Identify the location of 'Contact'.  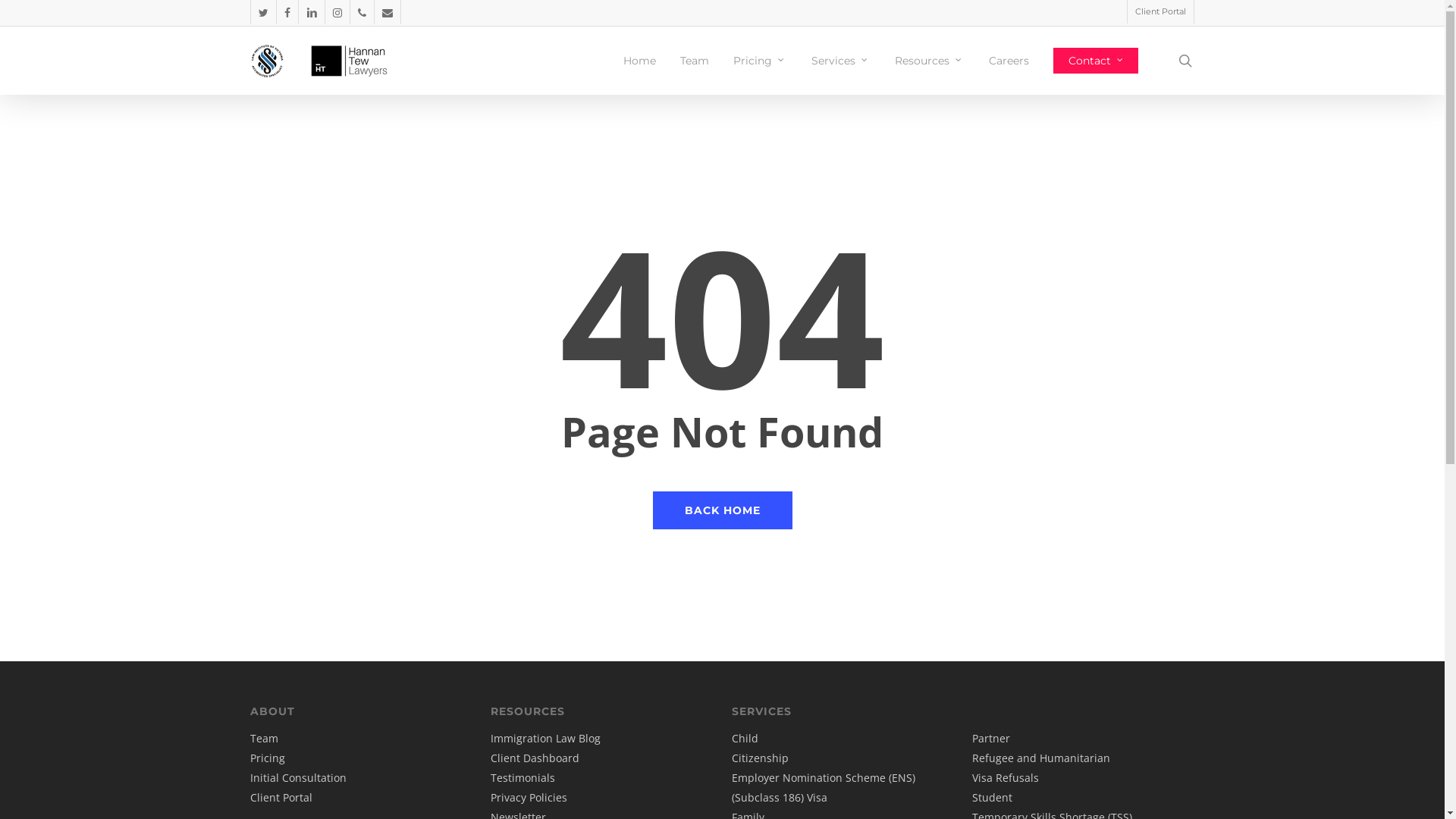
(1095, 60).